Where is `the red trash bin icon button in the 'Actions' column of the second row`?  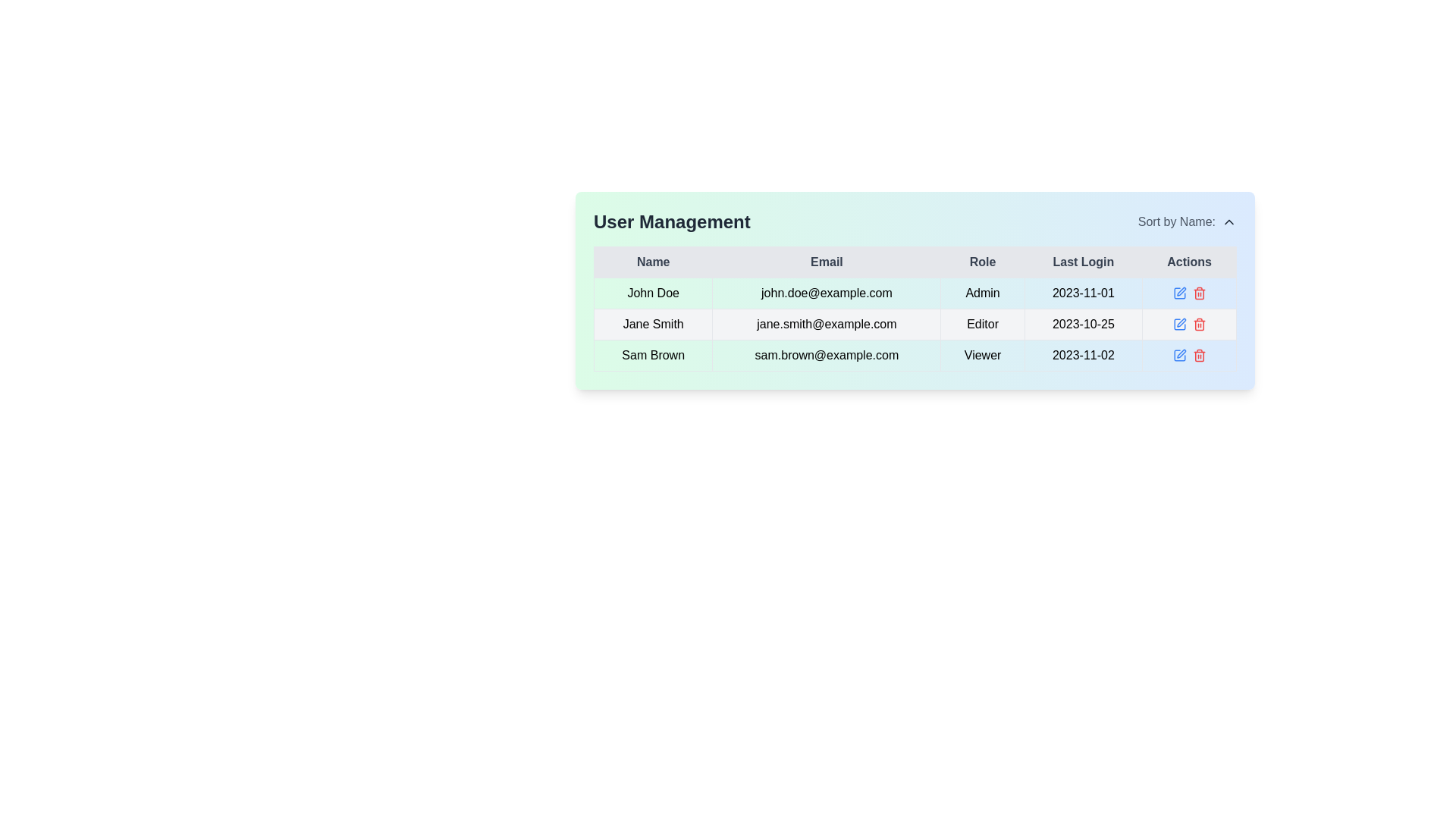
the red trash bin icon button in the 'Actions' column of the second row is located at coordinates (1198, 293).